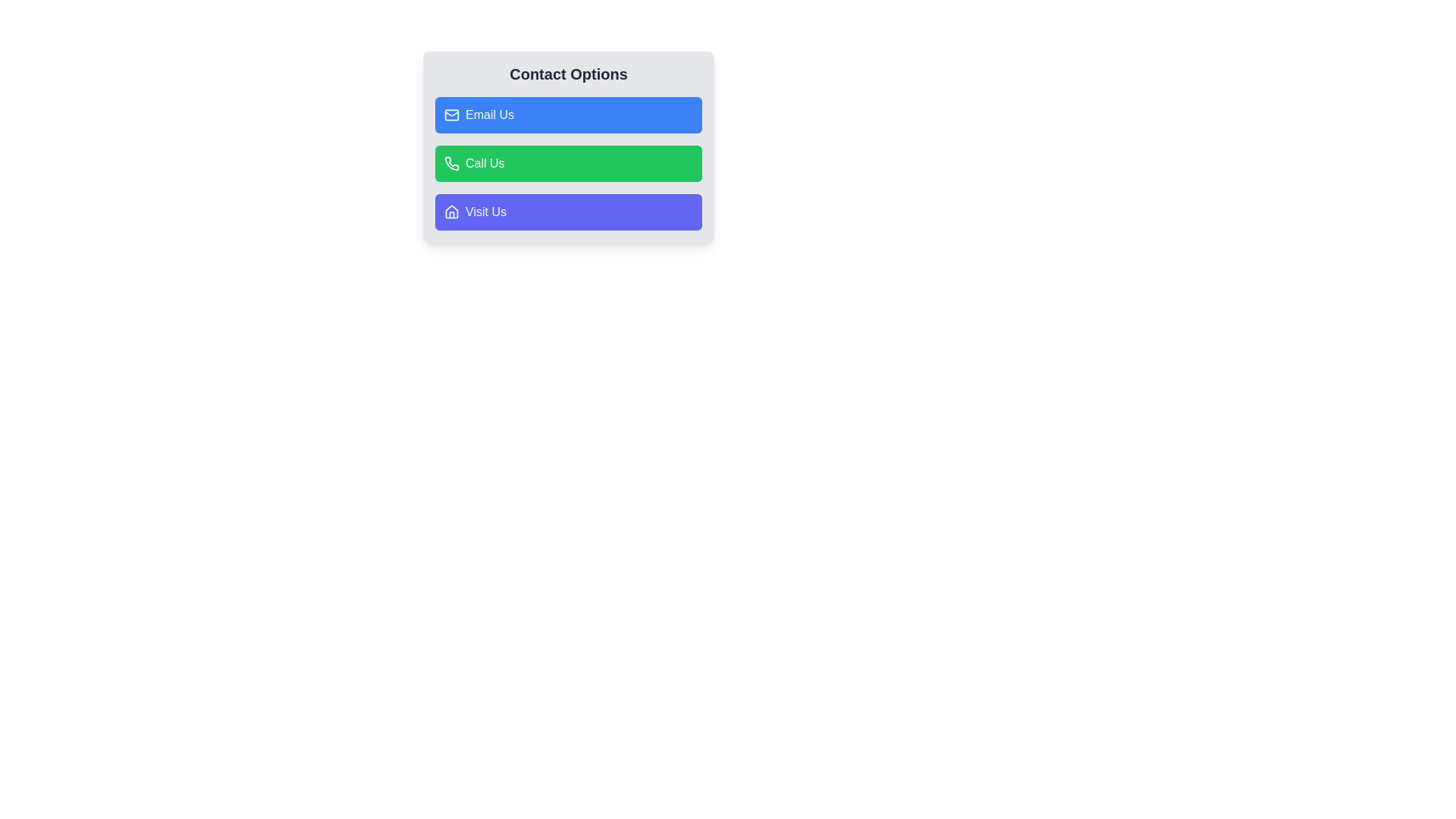  I want to click on the button labeled with text that redirects users to a location or contact page, positioned as the third option under 'Contact Options', so click(485, 212).